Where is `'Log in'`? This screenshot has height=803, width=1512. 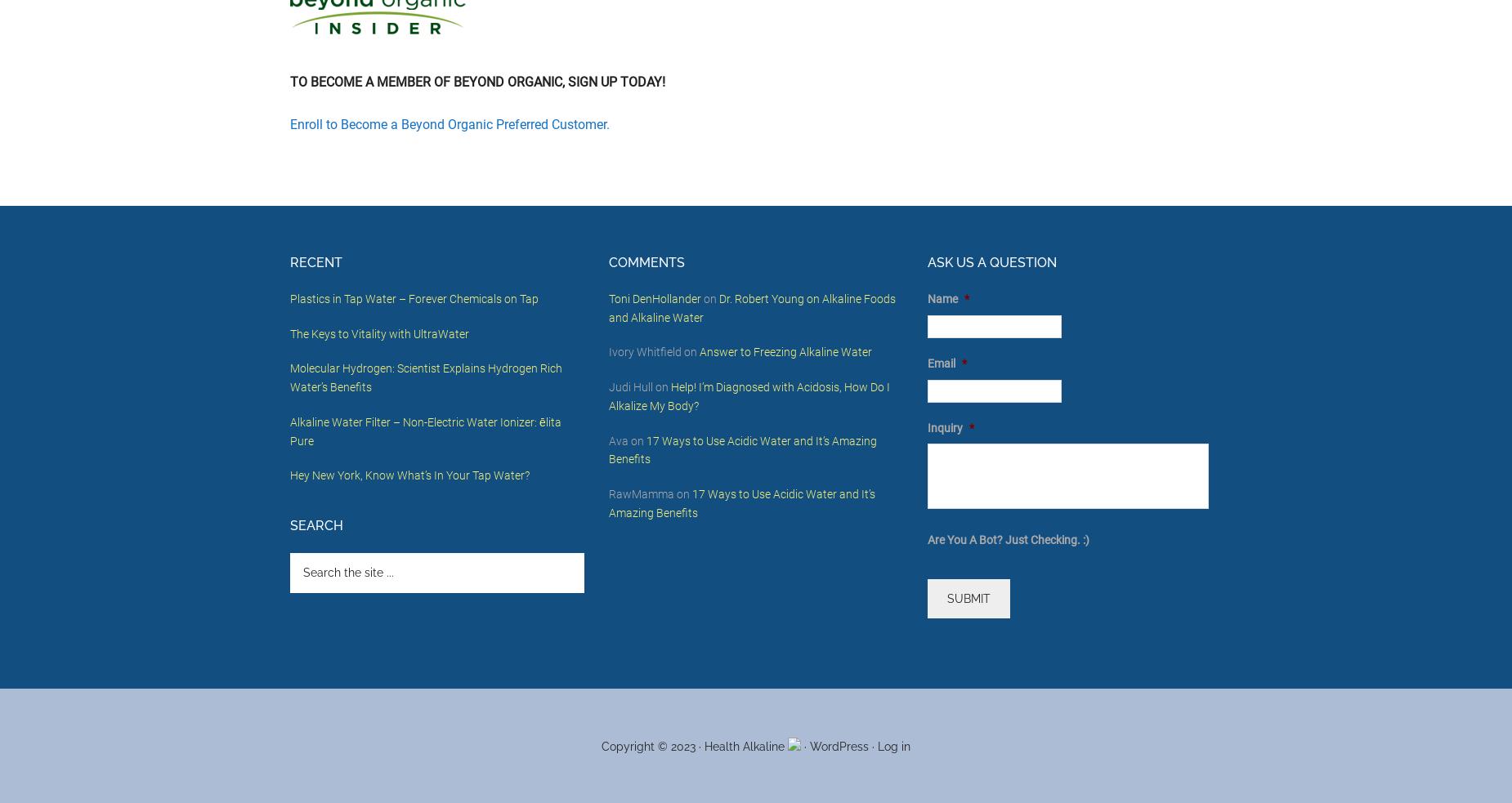 'Log in' is located at coordinates (893, 746).